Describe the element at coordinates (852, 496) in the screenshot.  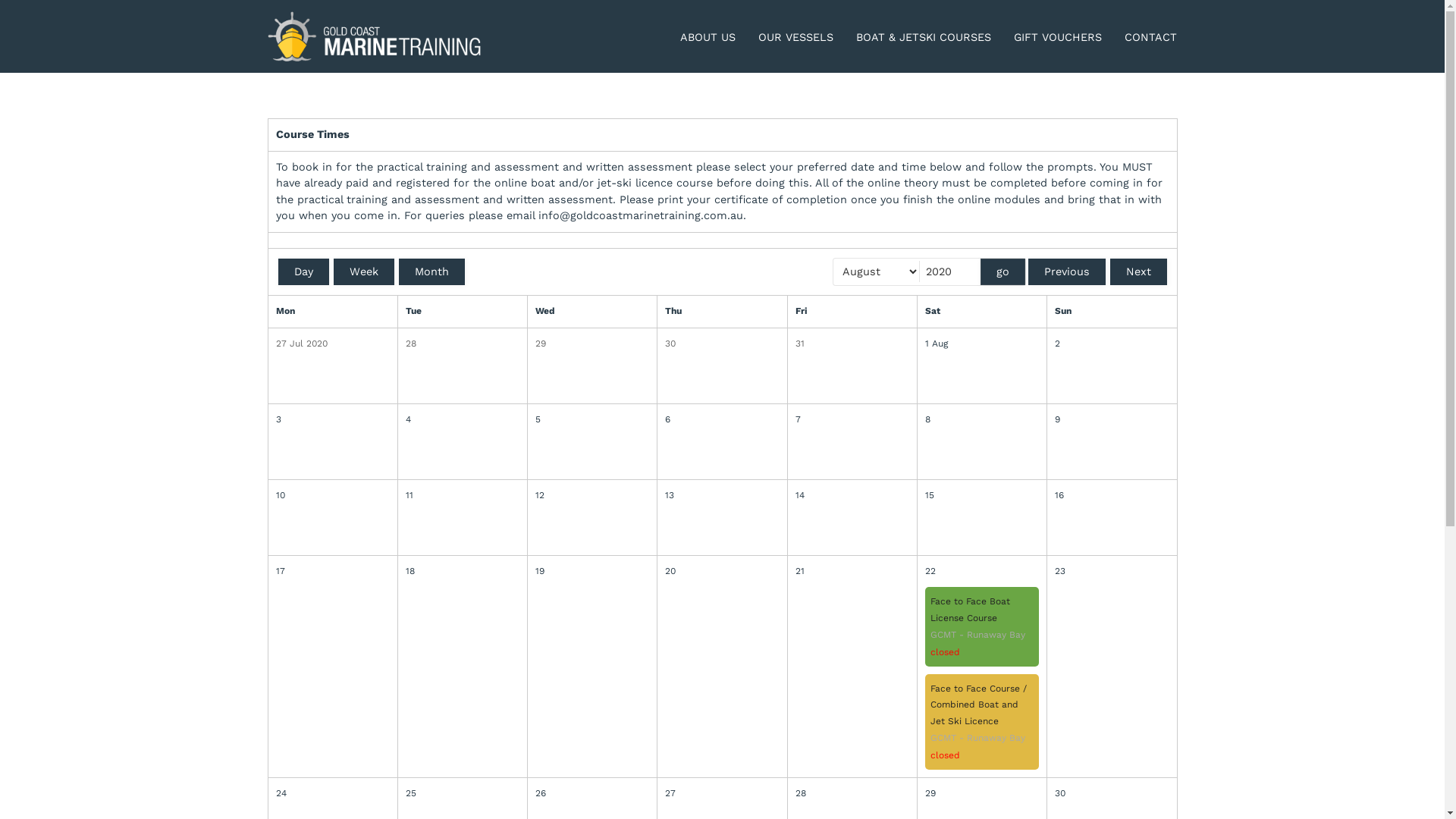
I see `'14'` at that location.